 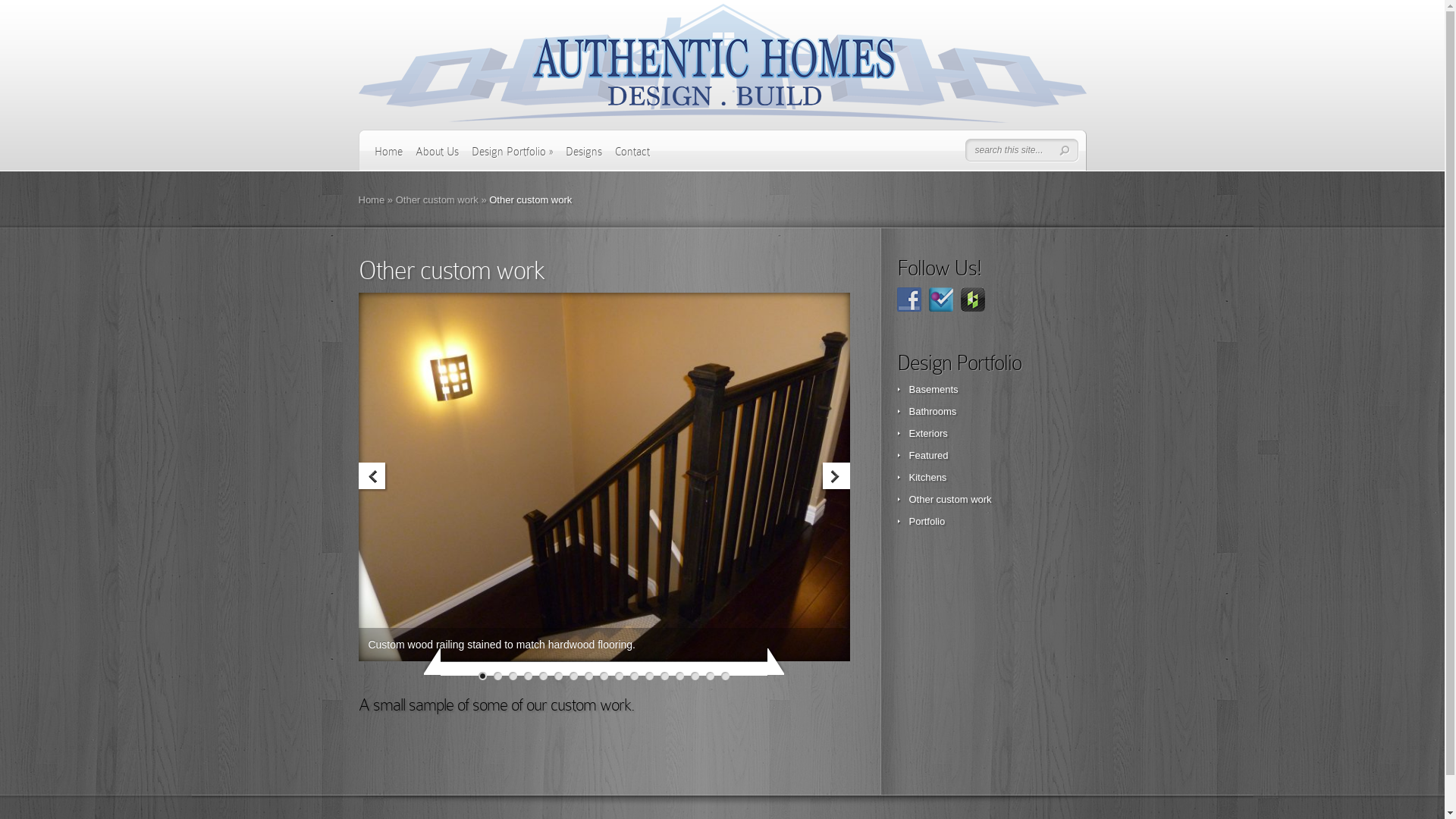 What do you see at coordinates (709, 675) in the screenshot?
I see `'16'` at bounding box center [709, 675].